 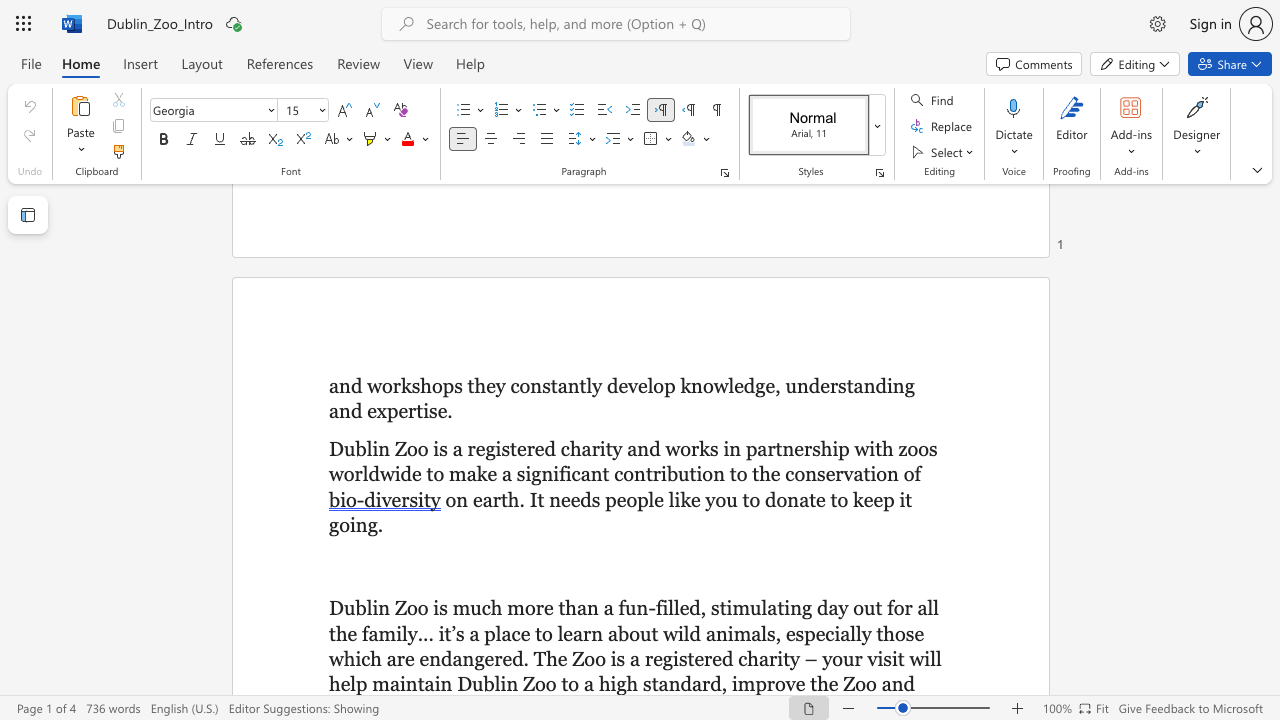 What do you see at coordinates (582, 633) in the screenshot?
I see `the subset text "rn about wild animals, especially those which are endangered. The Zoo is a r" within the text "a place to learn about wild animals, especially those which are endangered. The Zoo is a registered charity – your visit will help"` at bounding box center [582, 633].